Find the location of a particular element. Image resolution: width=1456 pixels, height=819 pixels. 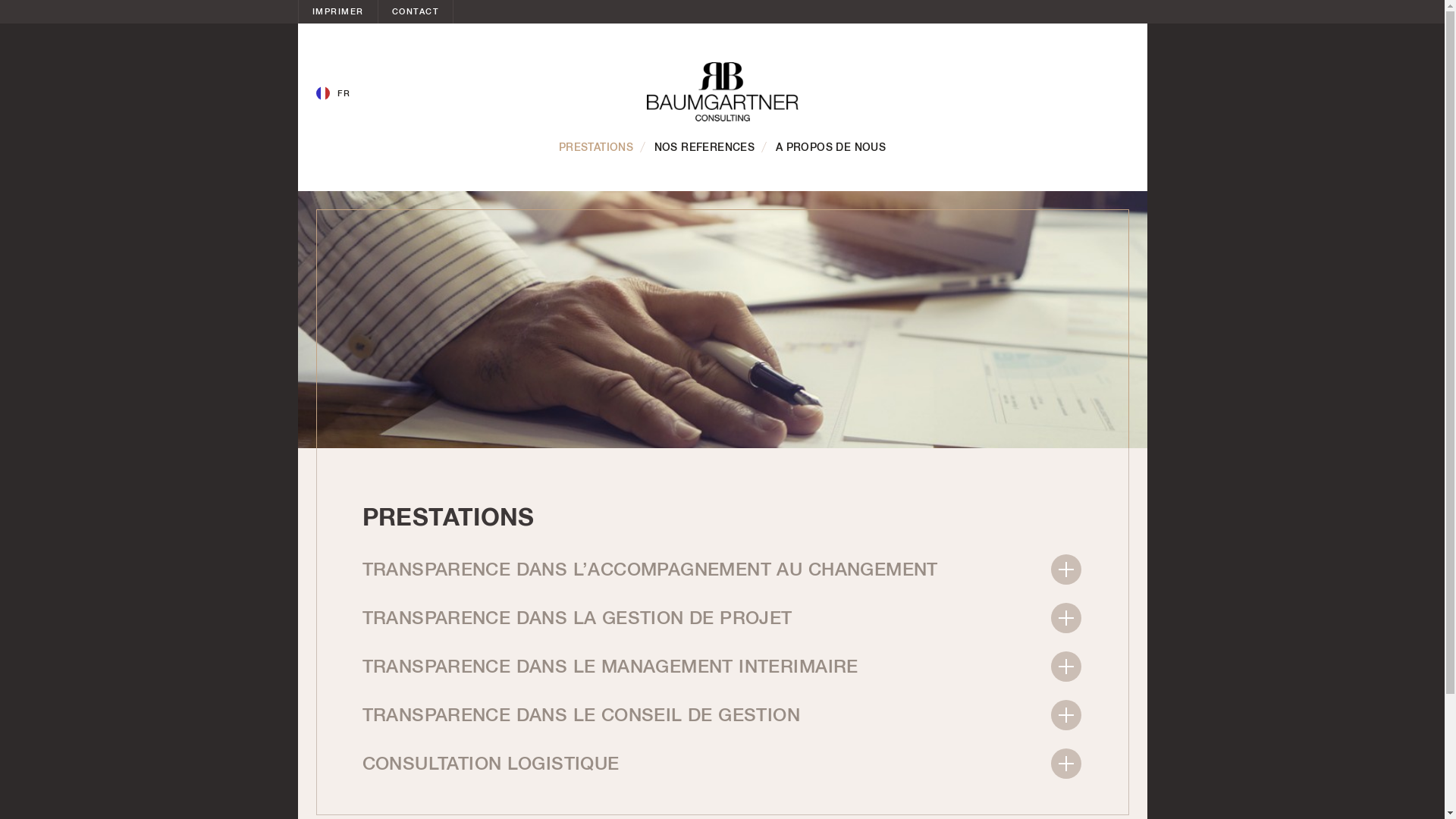

'NOS REFERENCES' is located at coordinates (704, 148).